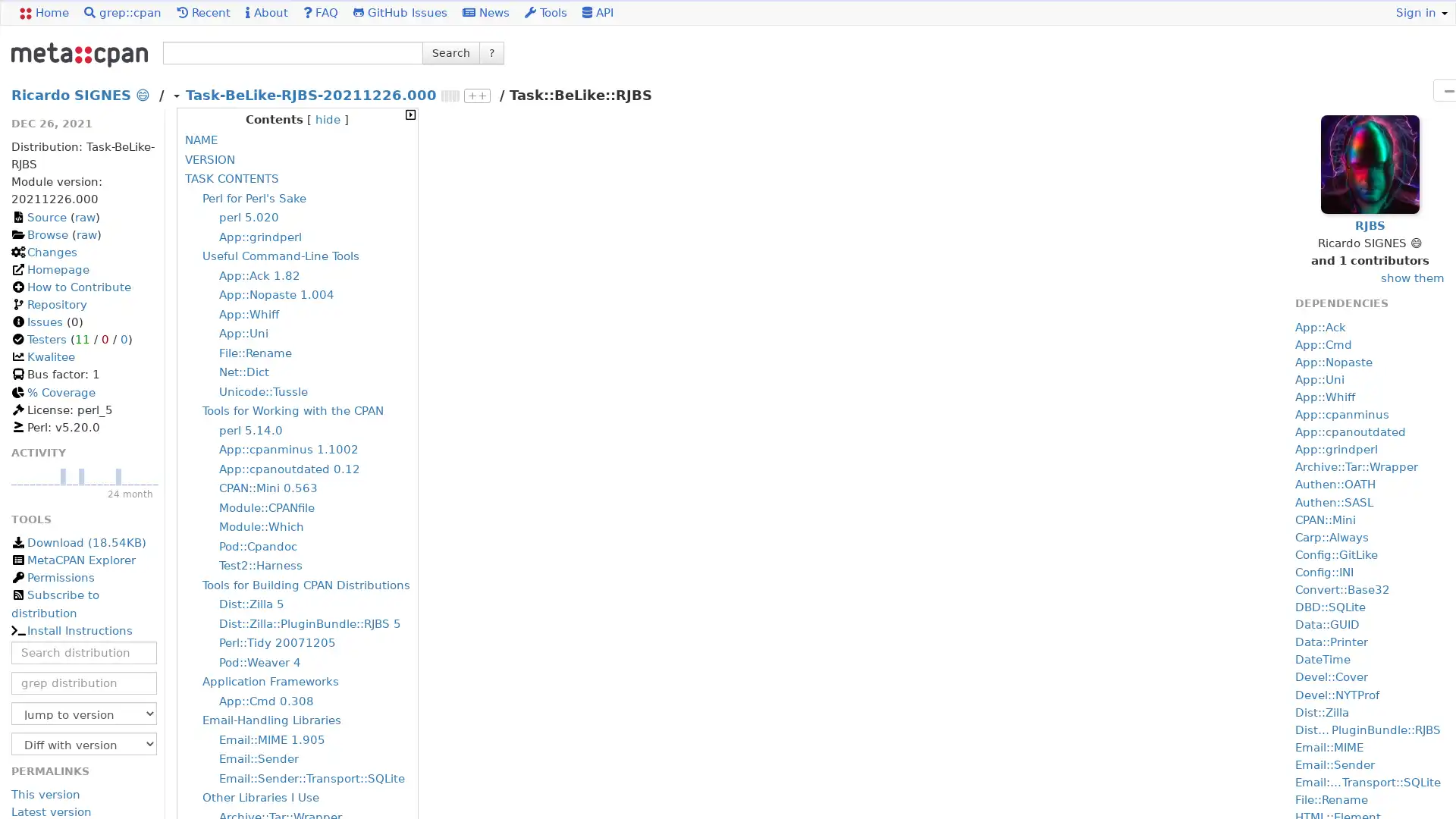 This screenshot has width=1456, height=819. What do you see at coordinates (450, 52) in the screenshot?
I see `Search` at bounding box center [450, 52].